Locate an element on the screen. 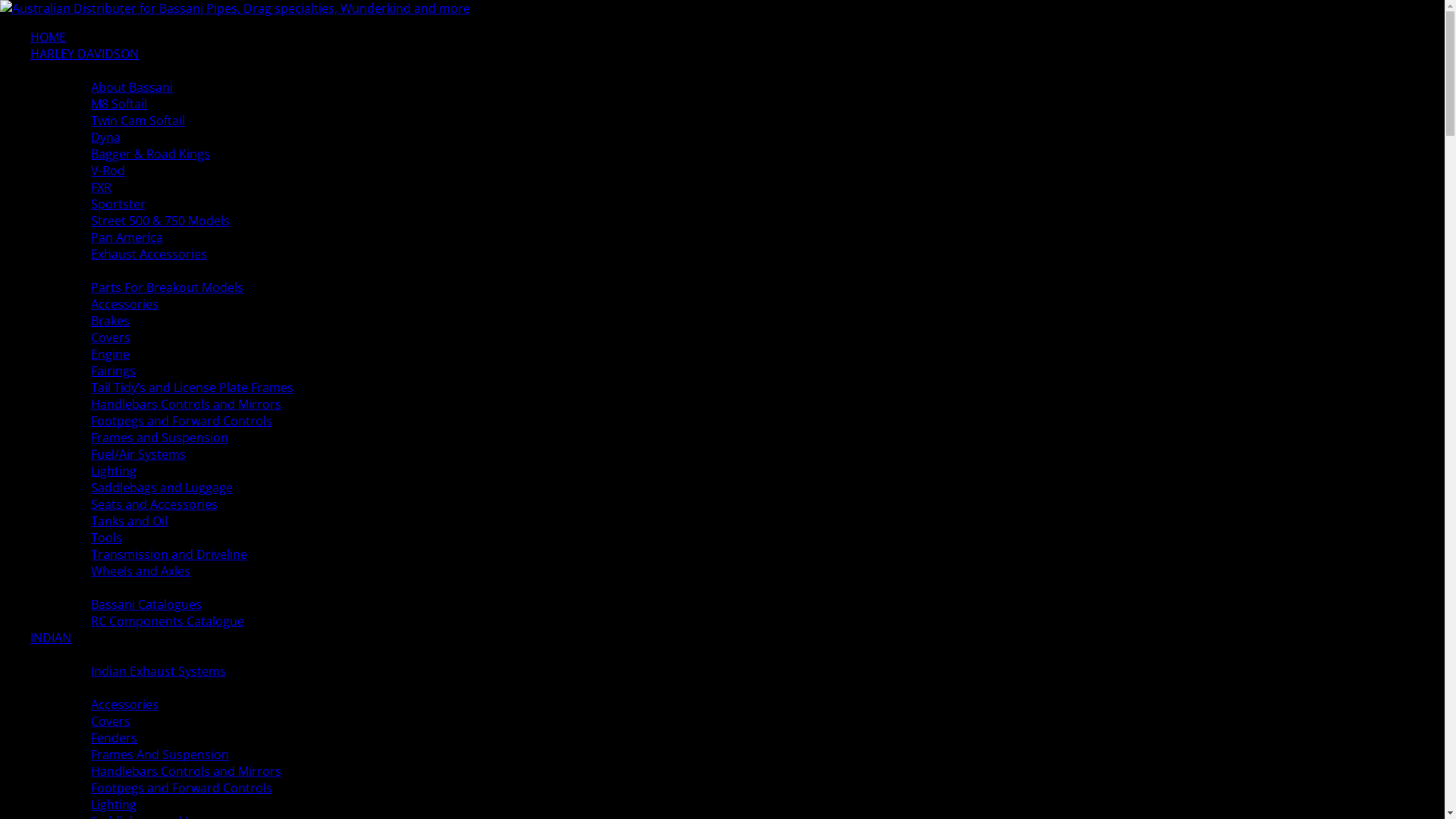 The image size is (1456, 819). 'Tanks and Oil' is located at coordinates (90, 519).